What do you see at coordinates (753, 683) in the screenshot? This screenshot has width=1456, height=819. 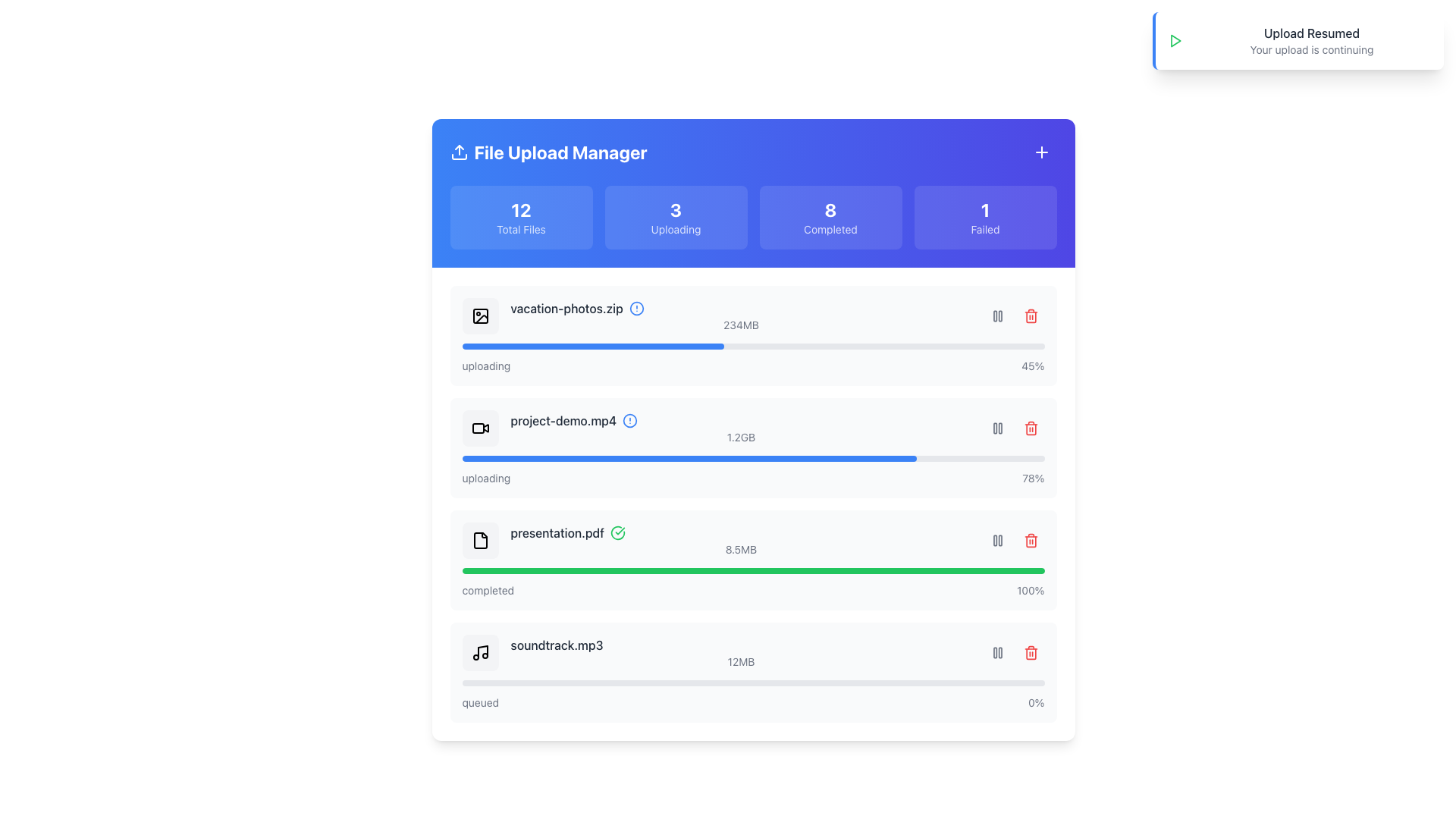 I see `the progress bar indicating the upload status of the file 'soundtrack.mp3', located at the bottom of the list, below the file size and status indicator` at bounding box center [753, 683].